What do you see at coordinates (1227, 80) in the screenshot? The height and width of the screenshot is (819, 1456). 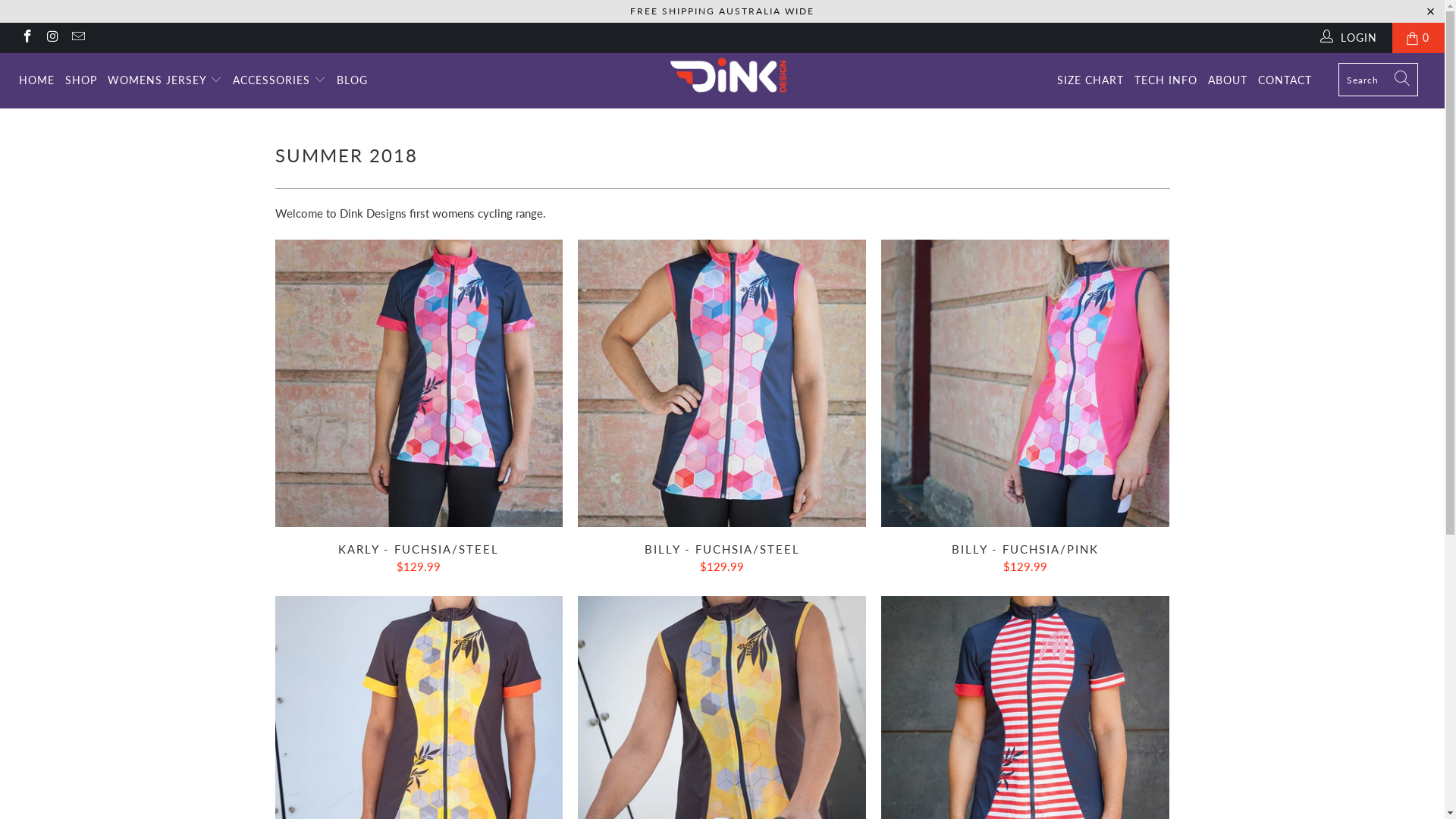 I see `'ABOUT'` at bounding box center [1227, 80].